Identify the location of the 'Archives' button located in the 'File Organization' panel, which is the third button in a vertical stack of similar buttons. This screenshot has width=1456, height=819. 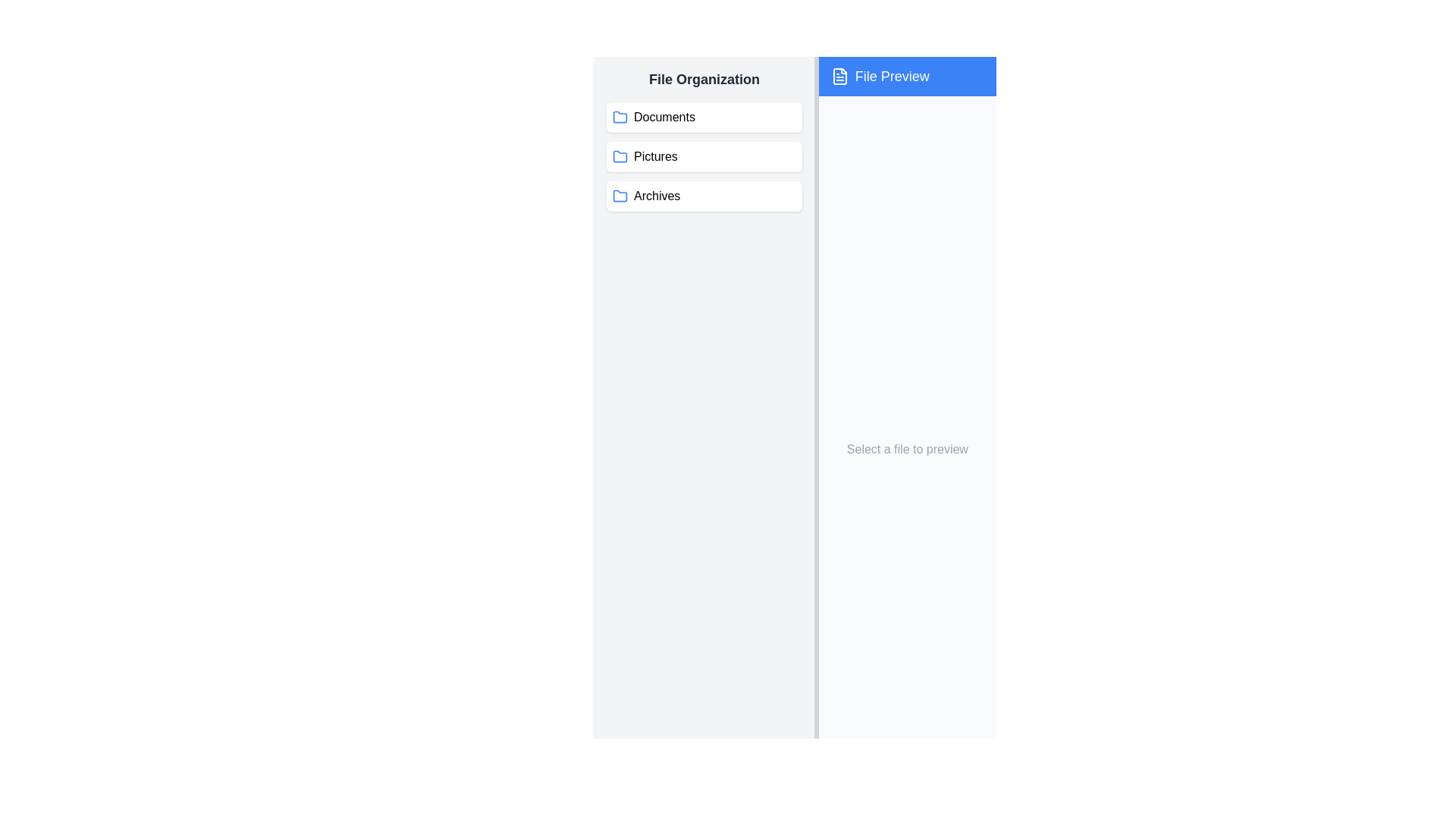
(704, 195).